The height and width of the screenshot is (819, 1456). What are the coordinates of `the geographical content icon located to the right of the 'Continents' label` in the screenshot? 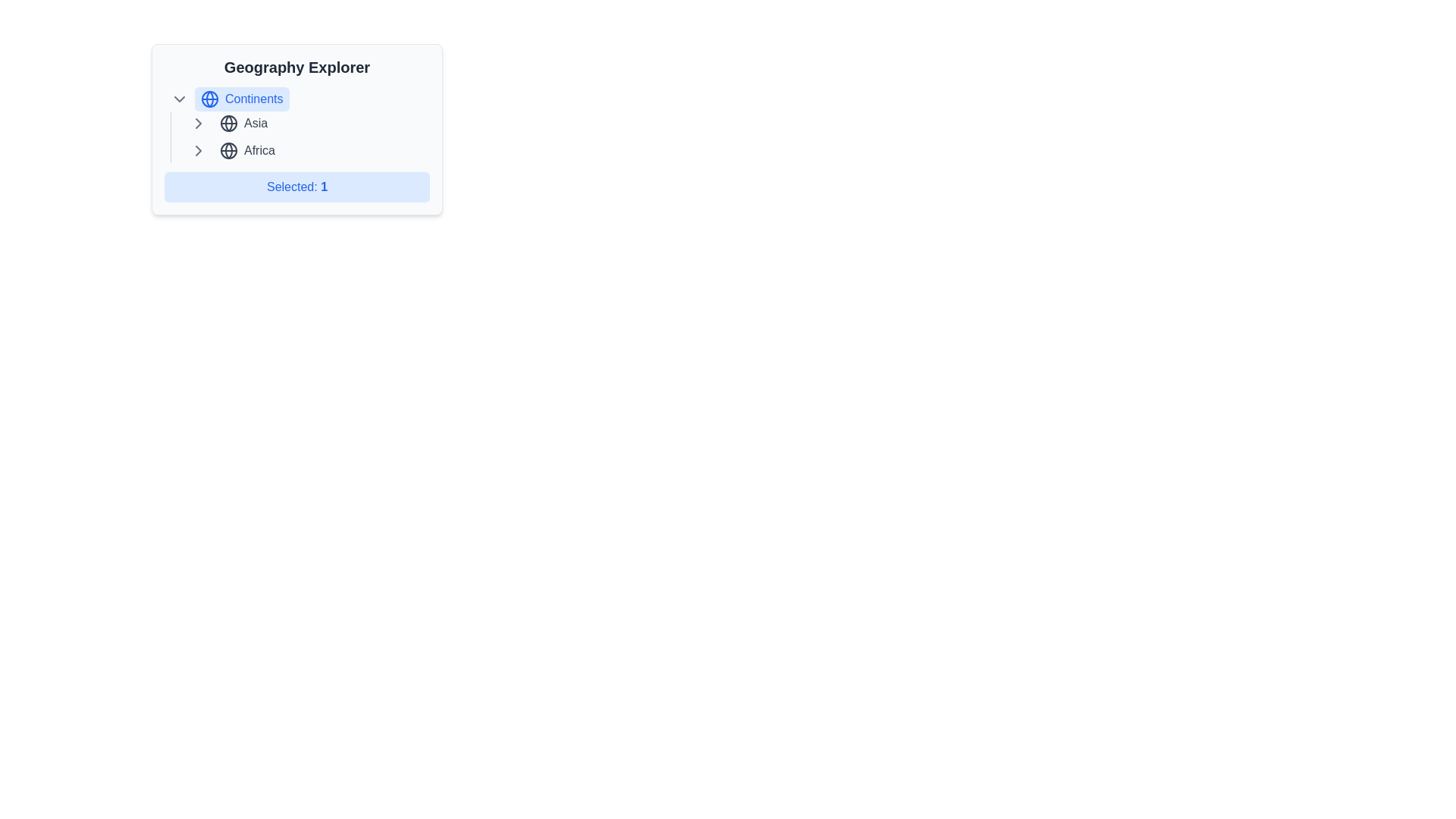 It's located at (209, 99).